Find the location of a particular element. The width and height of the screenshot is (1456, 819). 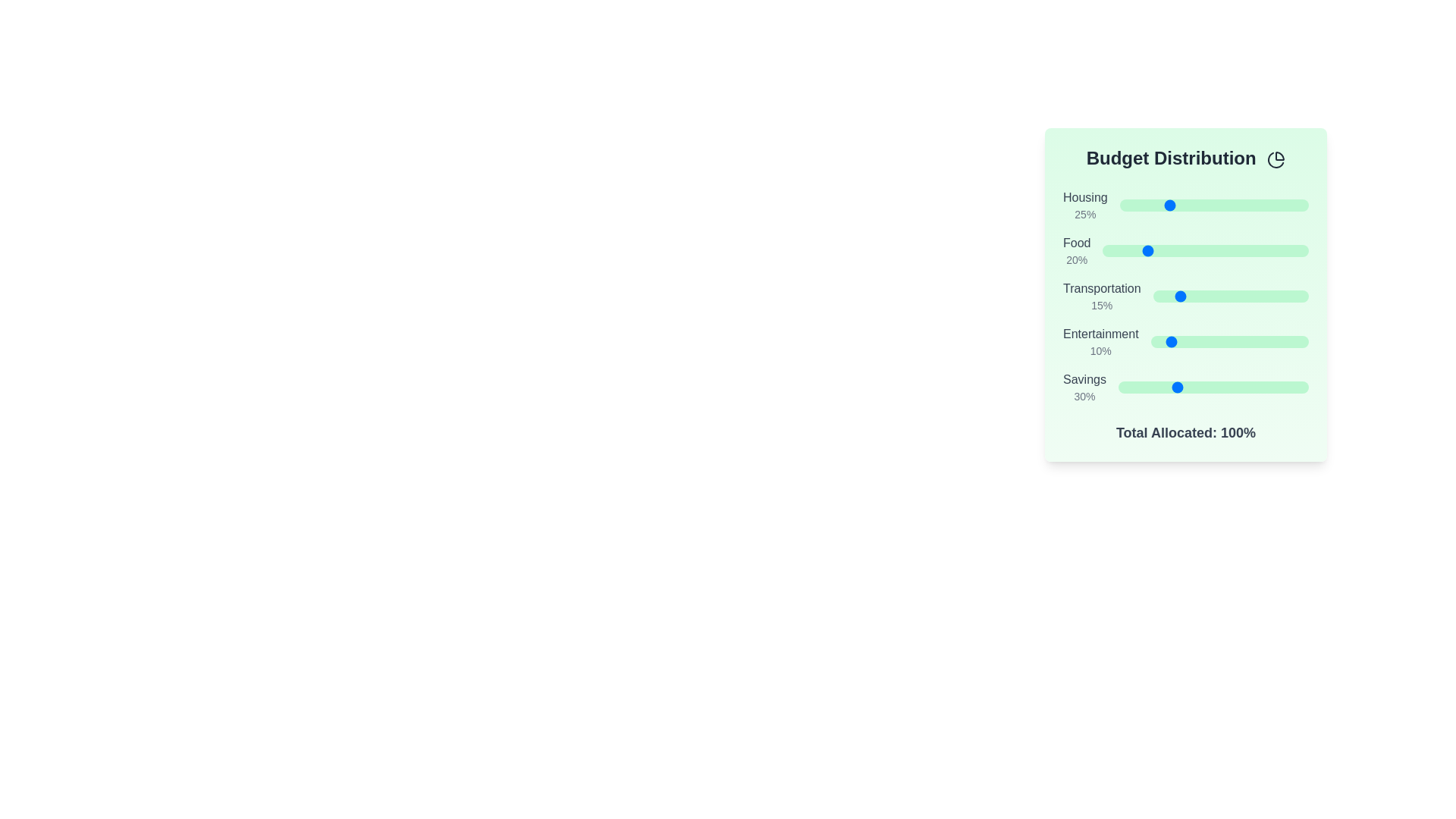

the slider for 'Entertainment' to set its percentage to 94 is located at coordinates (1298, 342).